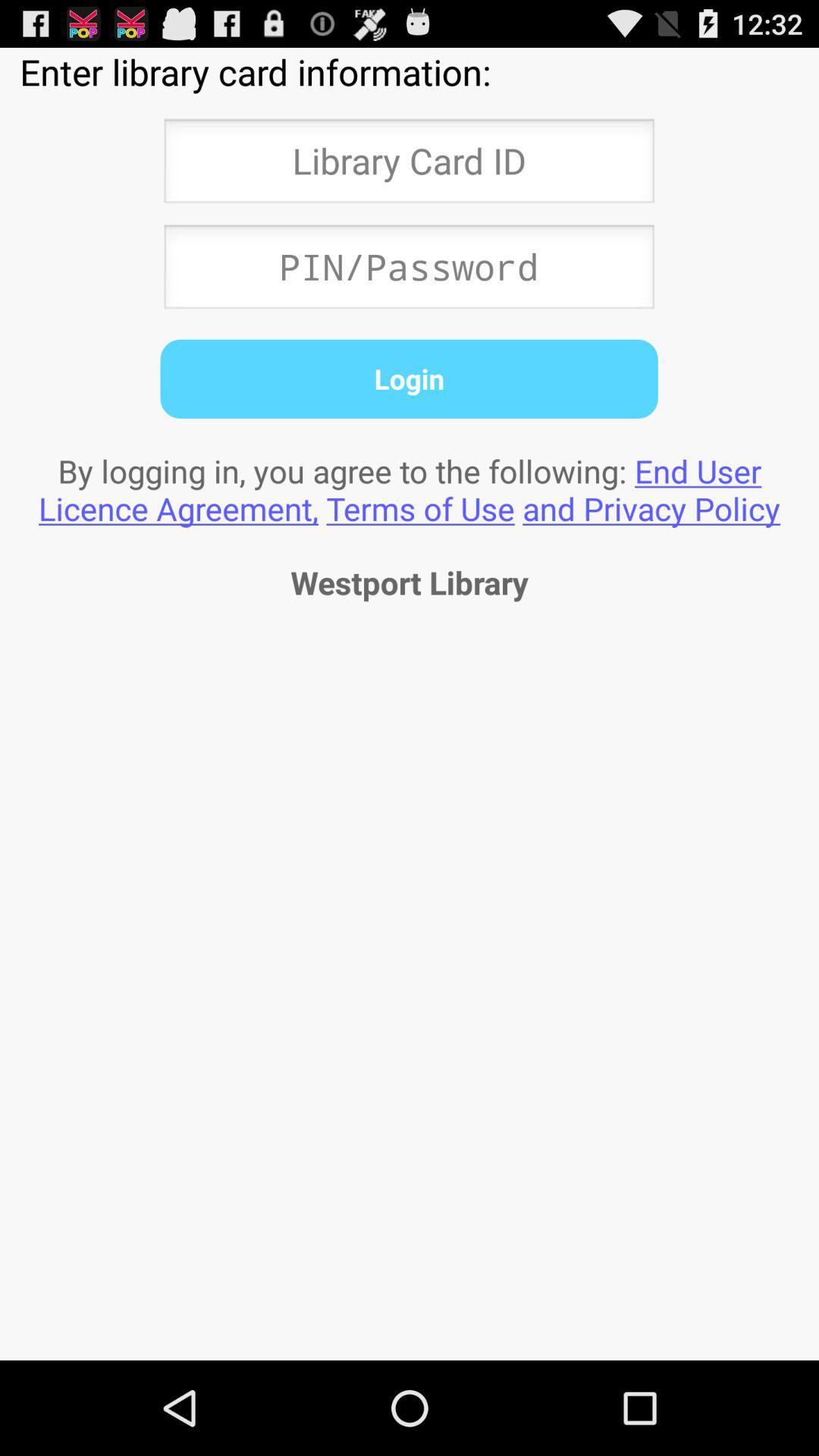 Image resolution: width=819 pixels, height=1456 pixels. Describe the element at coordinates (408, 165) in the screenshot. I see `your library card id` at that location.